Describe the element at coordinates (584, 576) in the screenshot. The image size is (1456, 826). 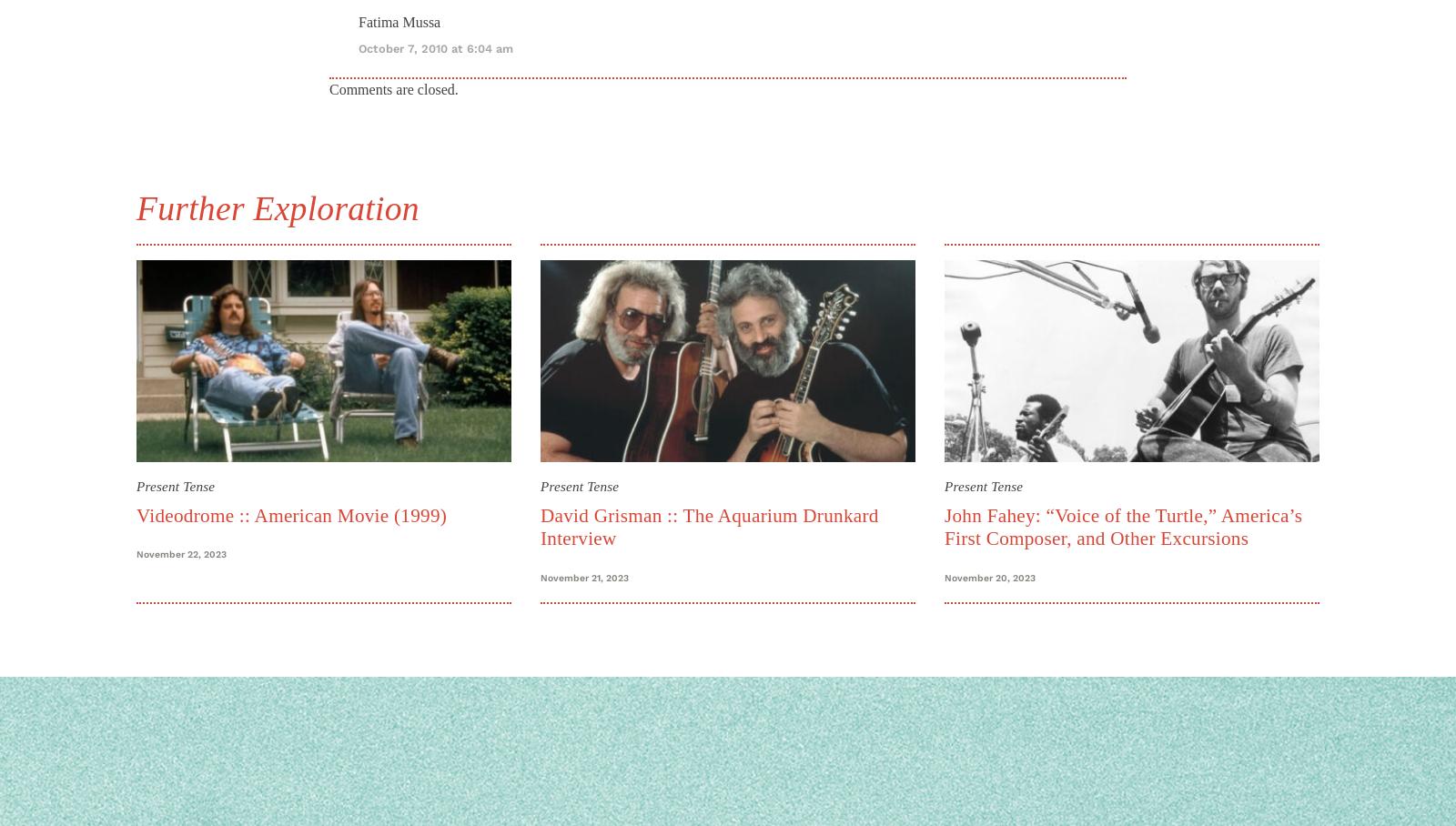
I see `'November 21, 2023'` at that location.